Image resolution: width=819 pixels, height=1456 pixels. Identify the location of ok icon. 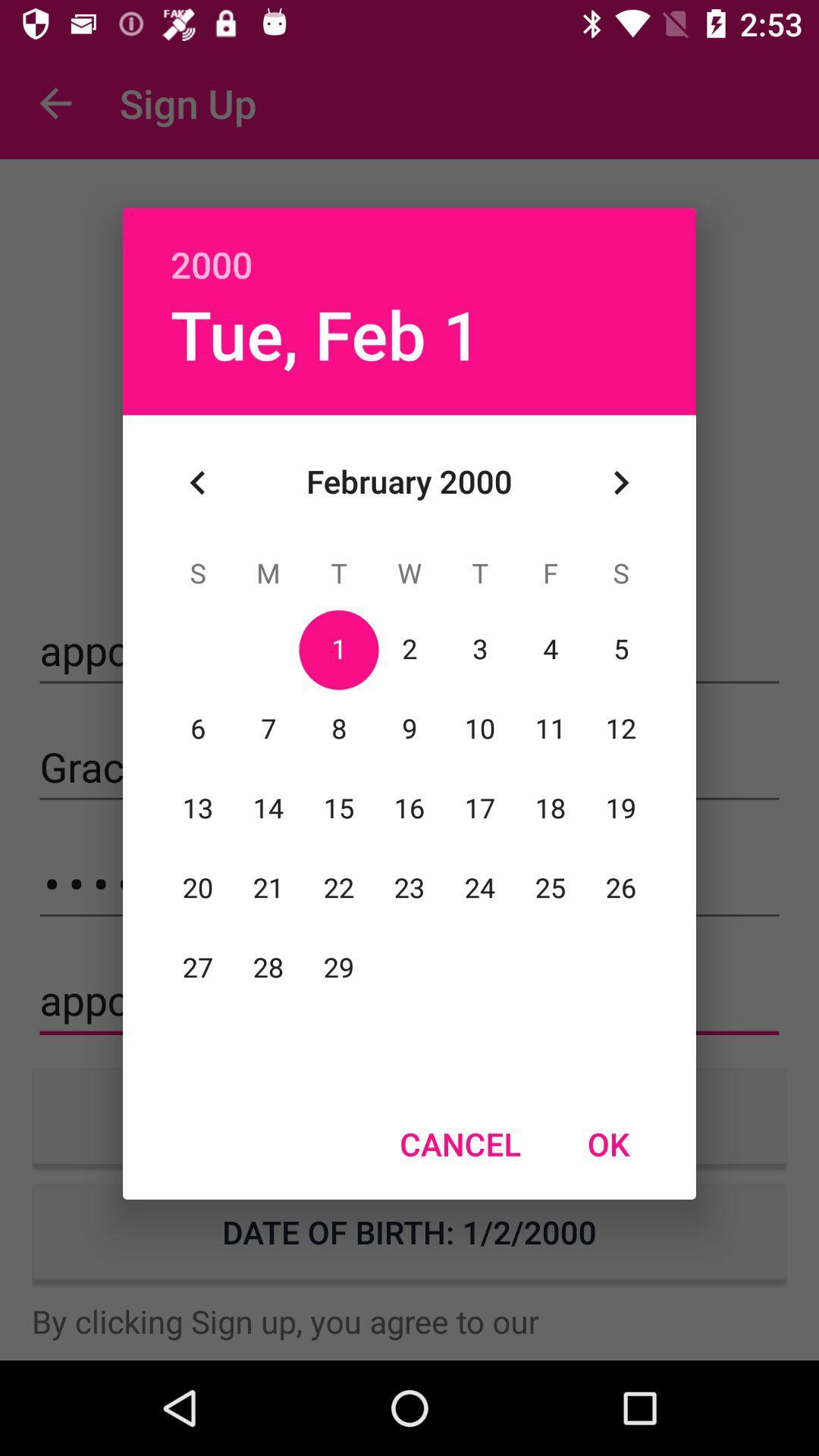
(607, 1144).